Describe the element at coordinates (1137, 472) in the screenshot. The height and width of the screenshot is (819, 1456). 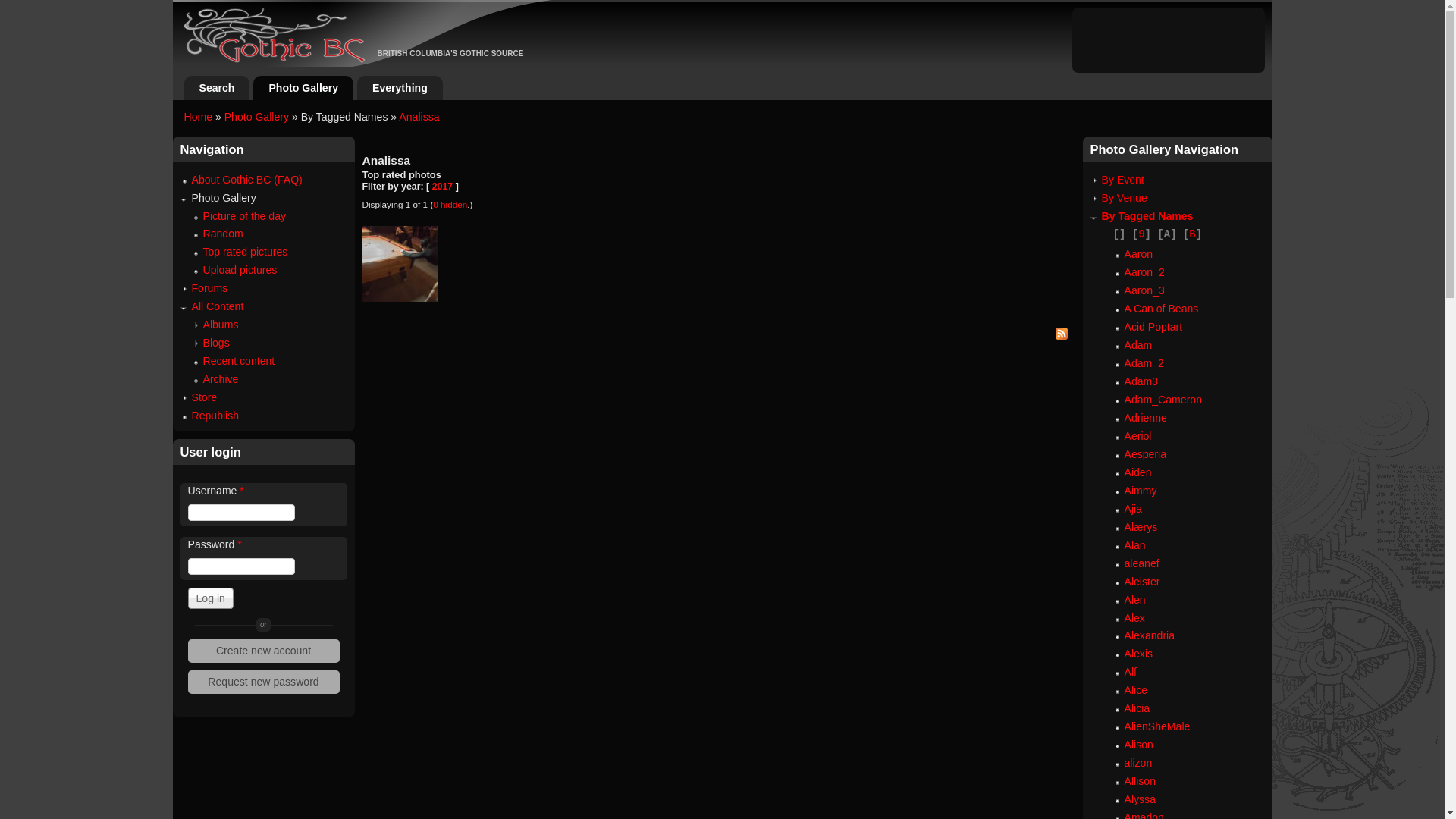
I see `'Aiden'` at that location.